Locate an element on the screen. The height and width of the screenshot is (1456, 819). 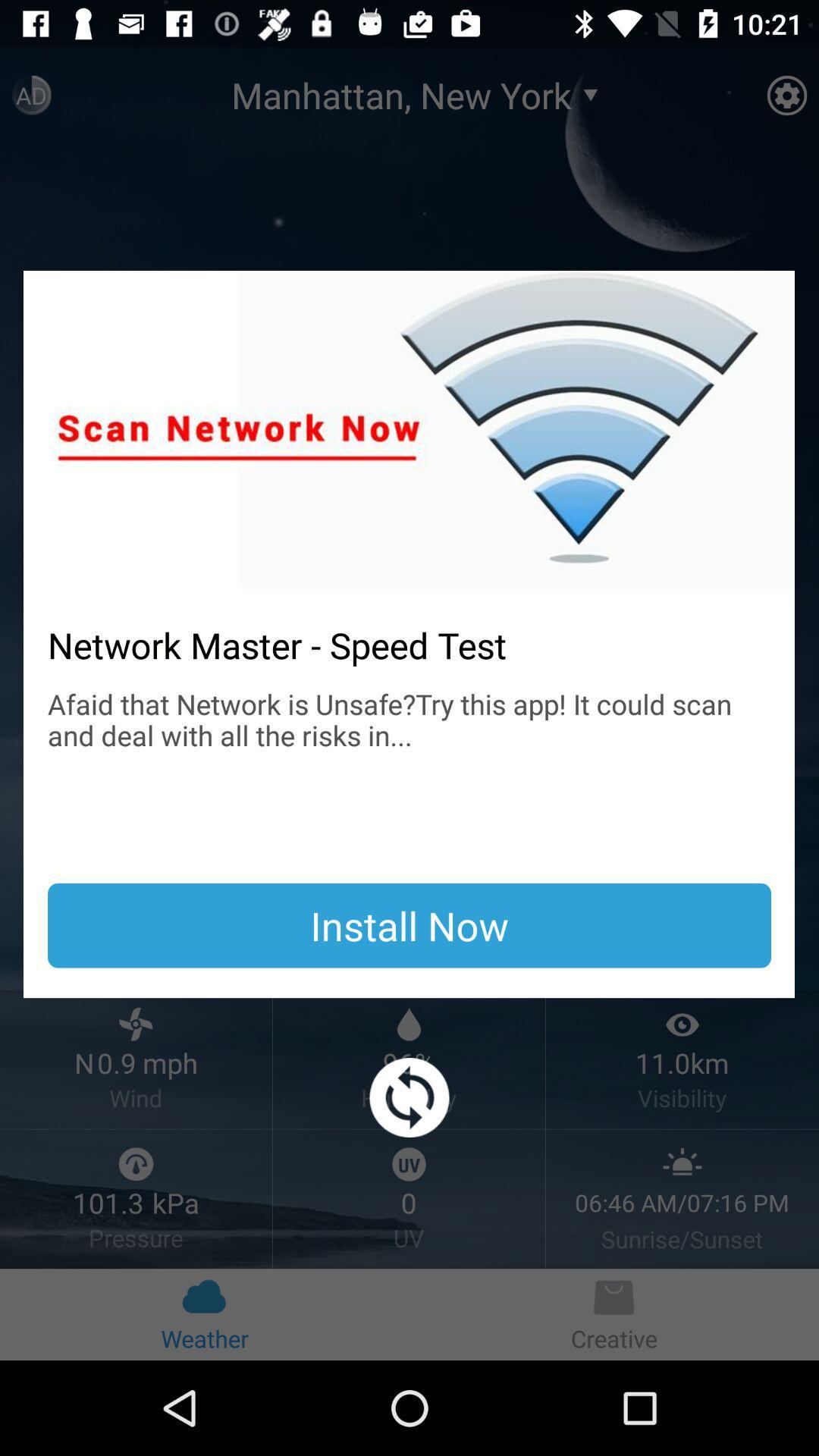
install now icon is located at coordinates (409, 924).